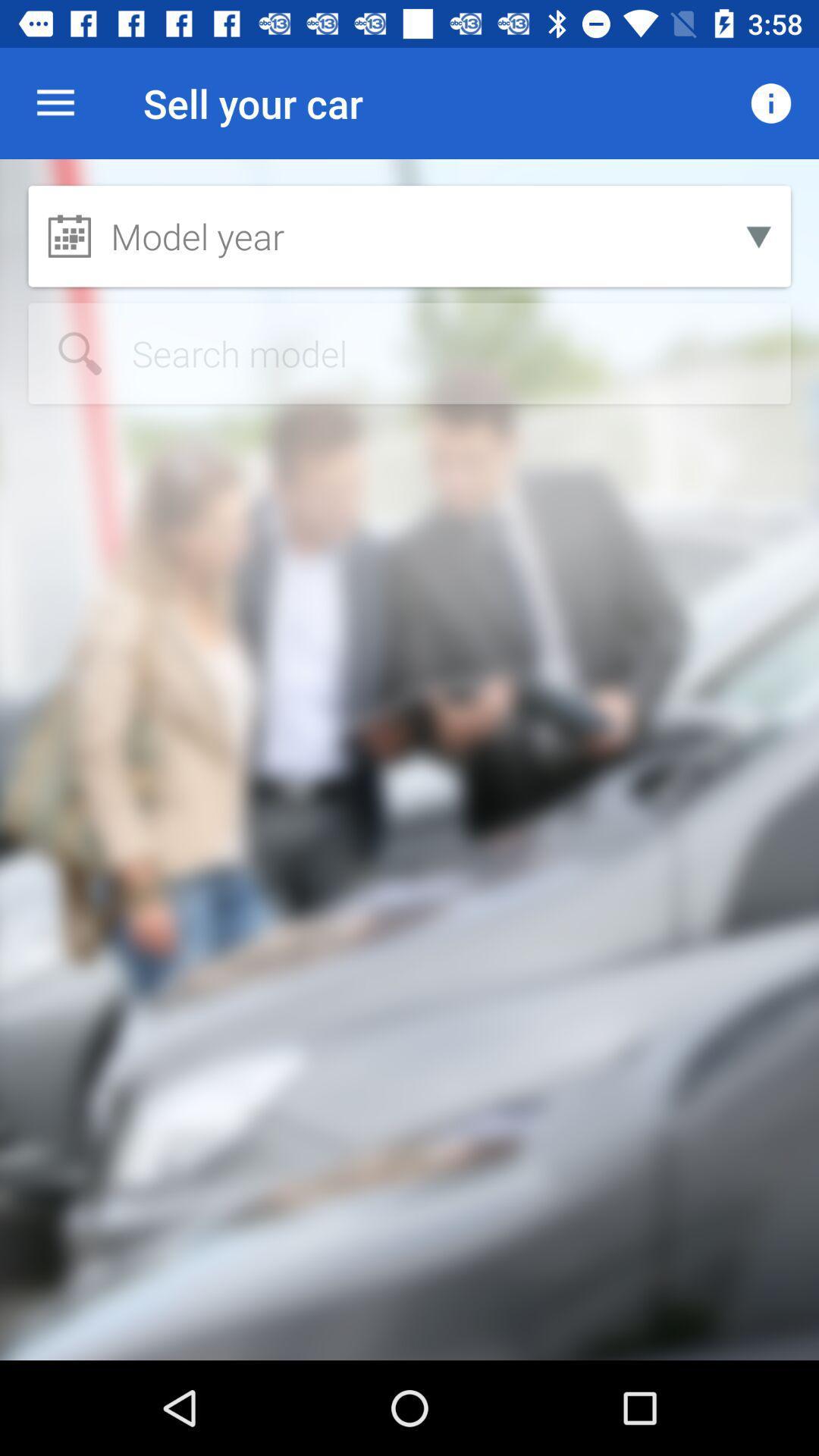 Image resolution: width=819 pixels, height=1456 pixels. Describe the element at coordinates (409, 353) in the screenshot. I see `etc` at that location.